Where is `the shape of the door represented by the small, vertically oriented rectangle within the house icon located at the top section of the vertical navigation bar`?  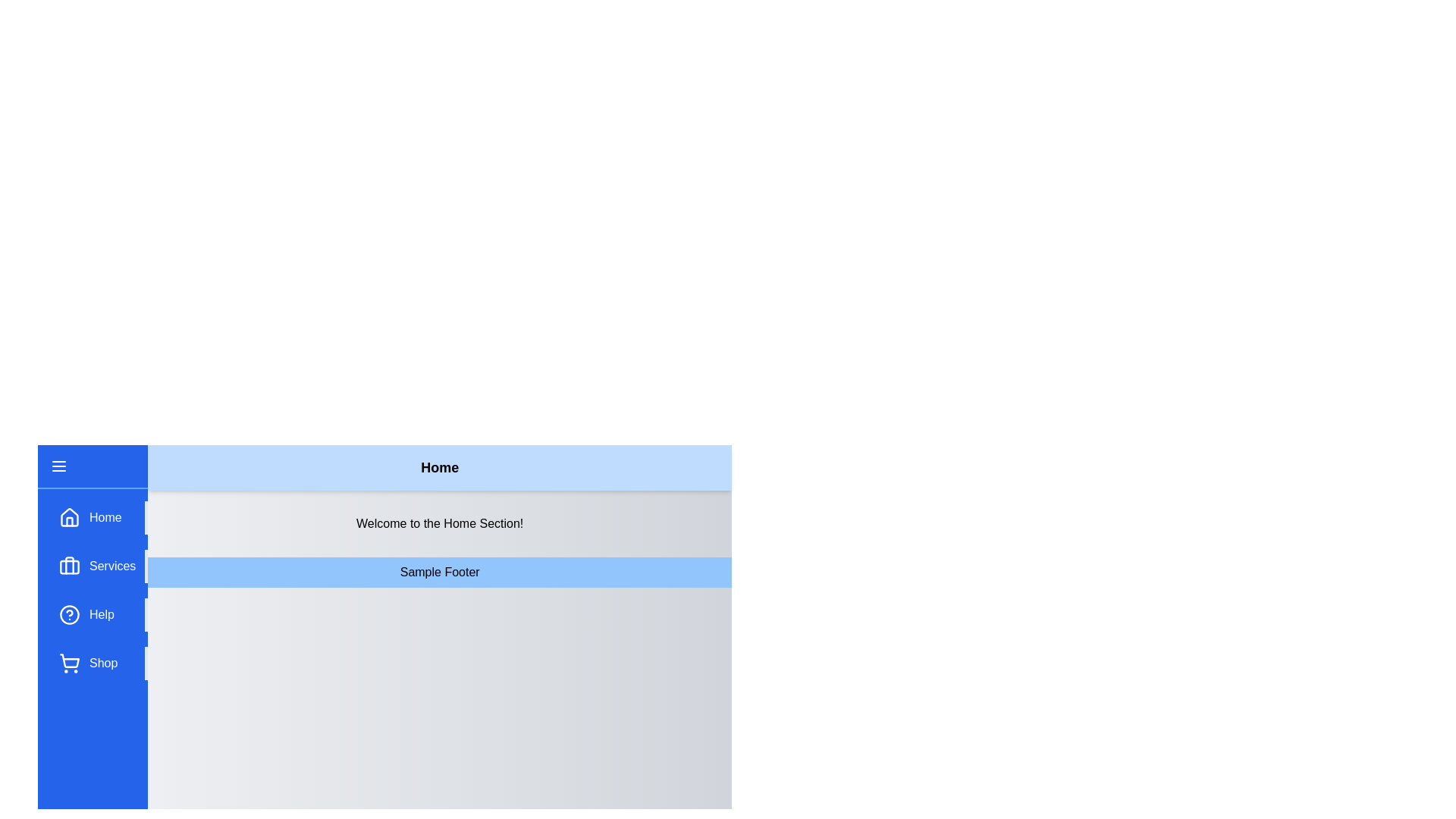
the shape of the door represented by the small, vertically oriented rectangle within the house icon located at the top section of the vertical navigation bar is located at coordinates (68, 520).